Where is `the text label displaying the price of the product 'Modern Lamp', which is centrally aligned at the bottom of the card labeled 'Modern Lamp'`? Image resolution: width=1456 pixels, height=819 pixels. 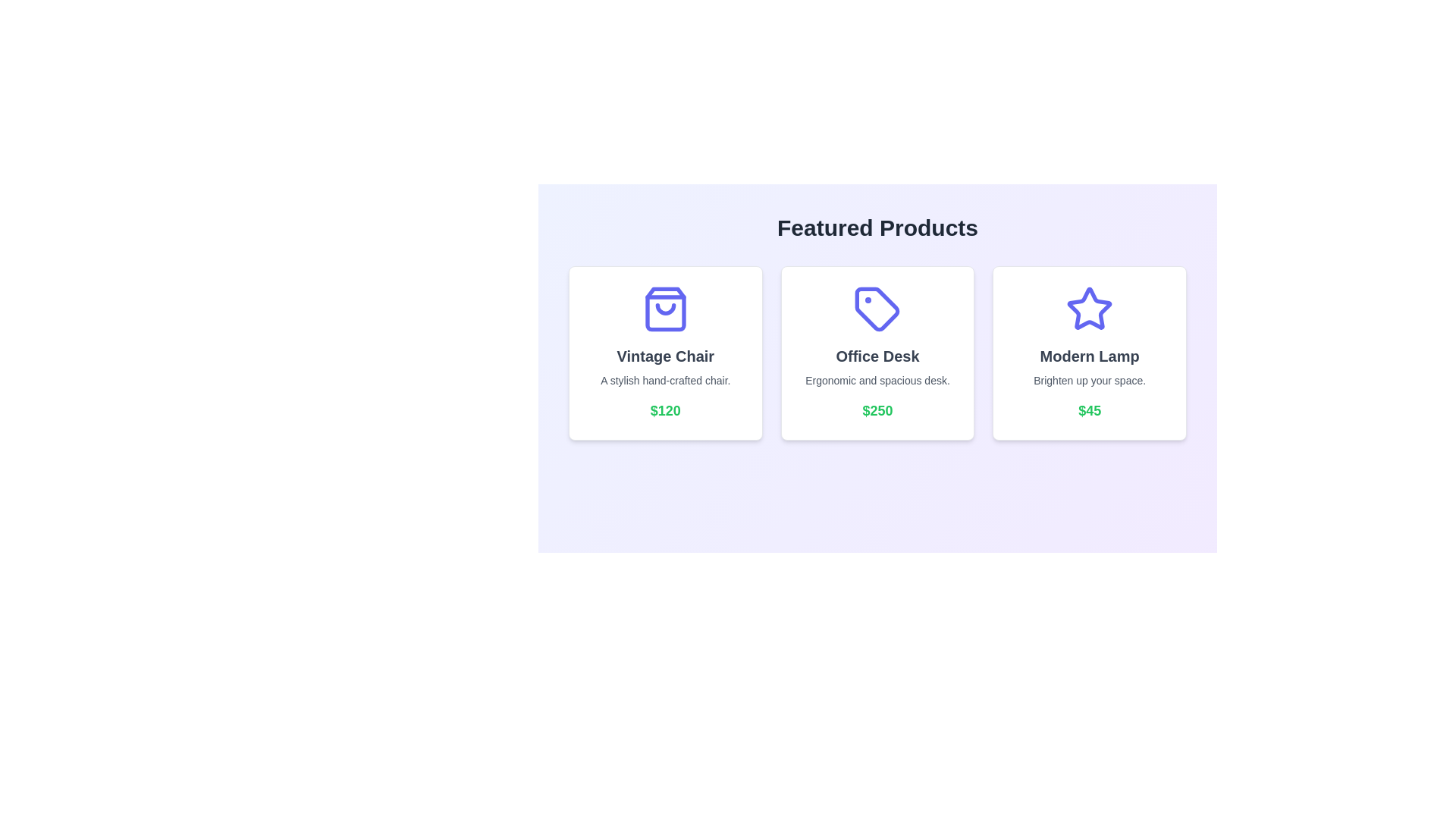 the text label displaying the price of the product 'Modern Lamp', which is centrally aligned at the bottom of the card labeled 'Modern Lamp' is located at coordinates (1089, 411).